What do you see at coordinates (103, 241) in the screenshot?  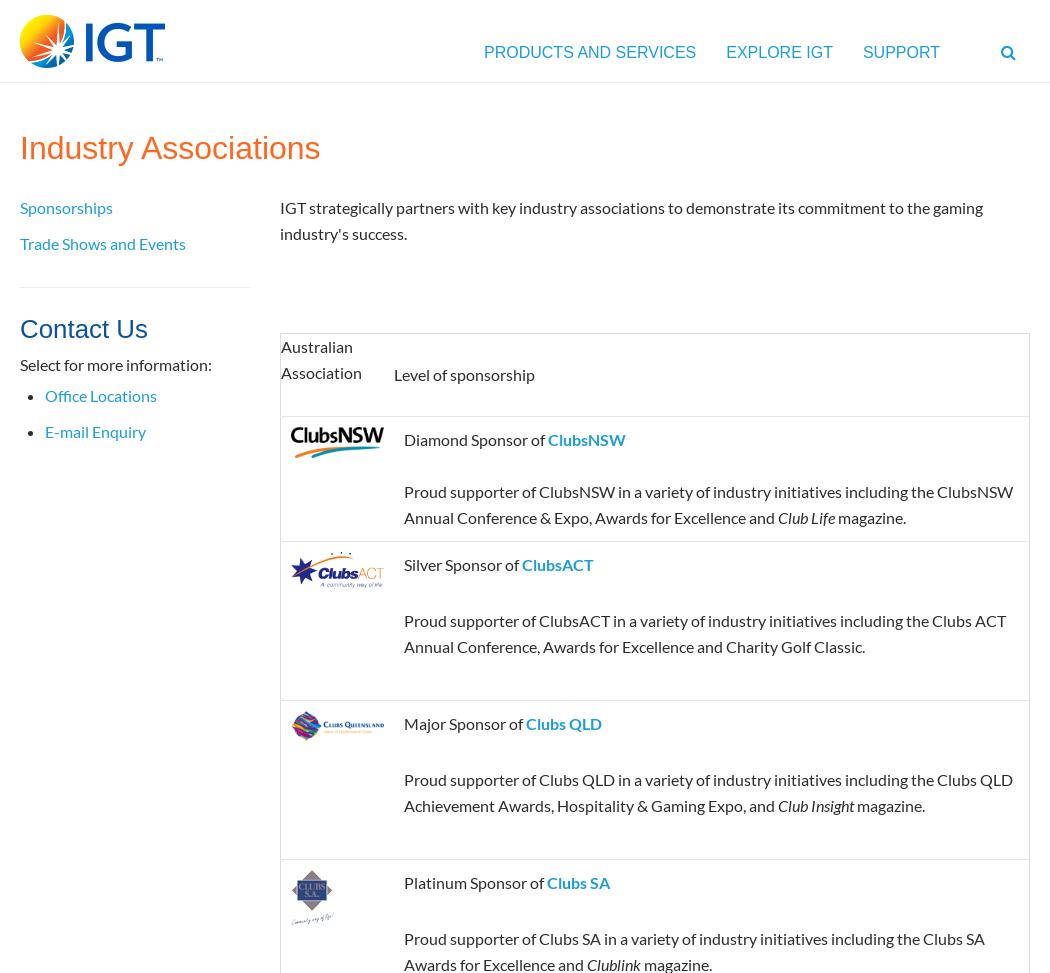 I see `'Trade Shows and Events'` at bounding box center [103, 241].